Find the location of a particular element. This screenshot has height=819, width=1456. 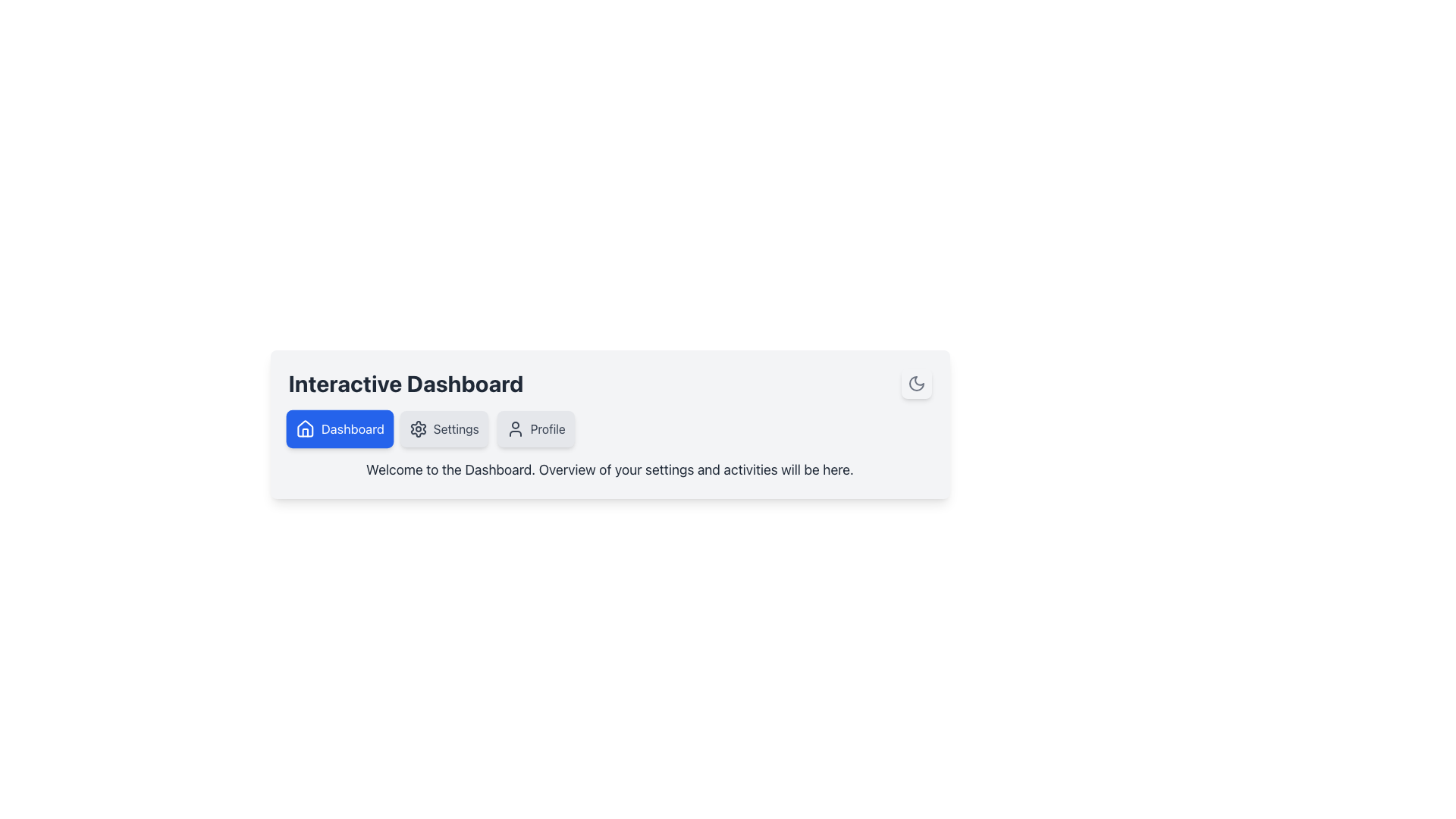

the house icon within the rounded blue button labeled 'Dashboard' is located at coordinates (304, 429).